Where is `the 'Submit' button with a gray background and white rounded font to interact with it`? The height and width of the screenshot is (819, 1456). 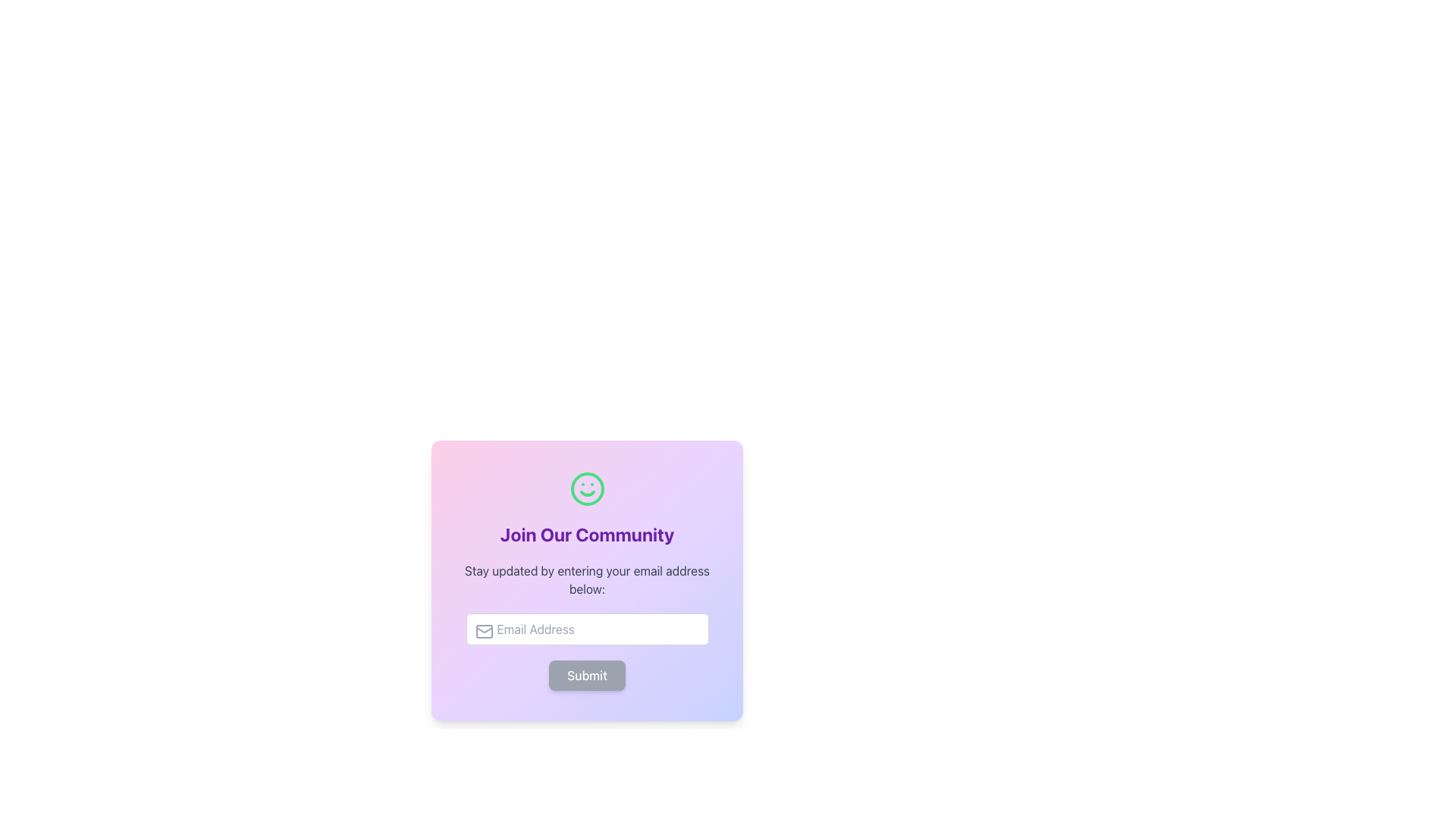
the 'Submit' button with a gray background and white rounded font to interact with it is located at coordinates (586, 675).